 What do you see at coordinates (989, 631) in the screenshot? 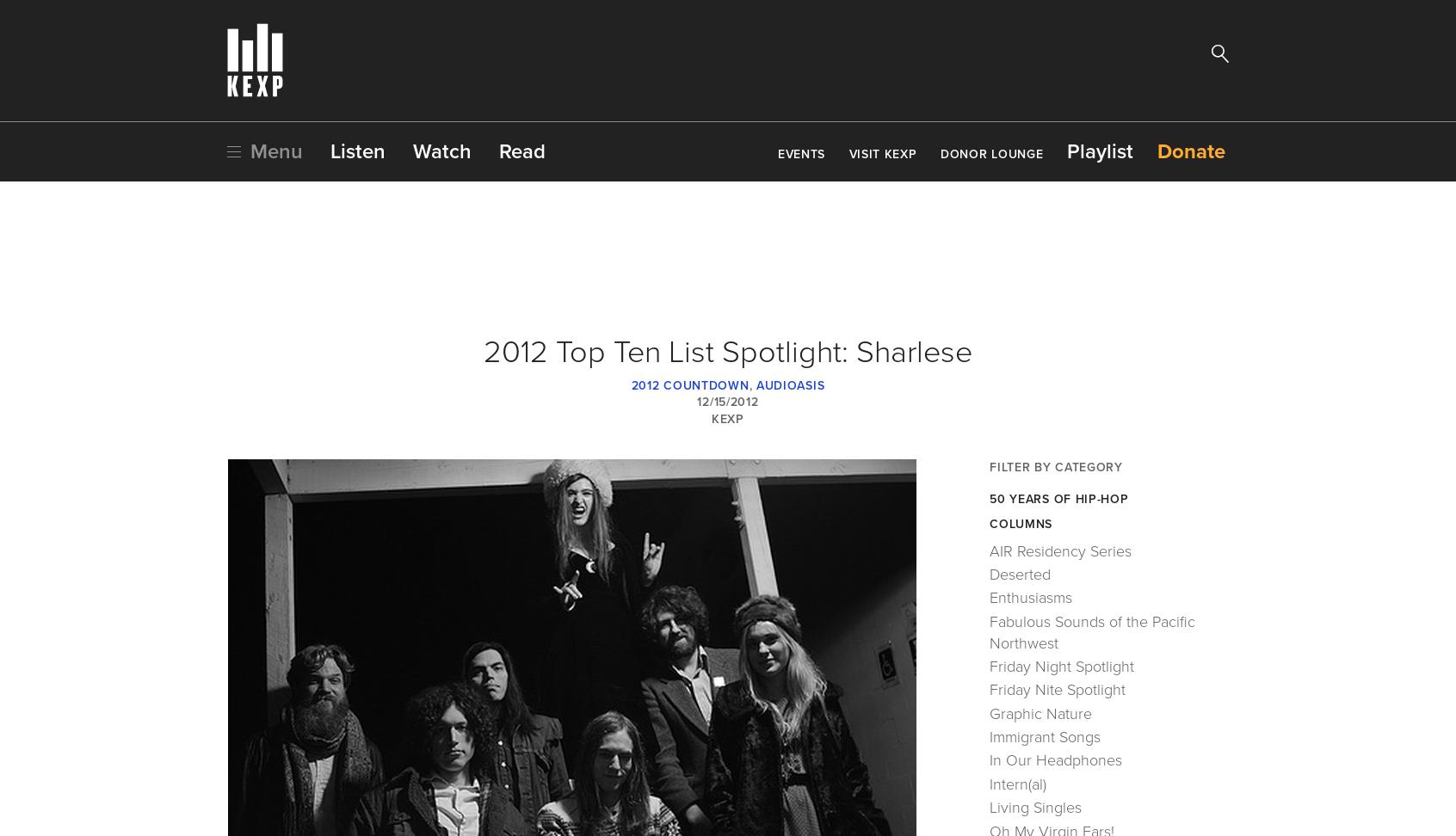
I see `'Fabulous Sounds of the Pacific Northwest'` at bounding box center [989, 631].